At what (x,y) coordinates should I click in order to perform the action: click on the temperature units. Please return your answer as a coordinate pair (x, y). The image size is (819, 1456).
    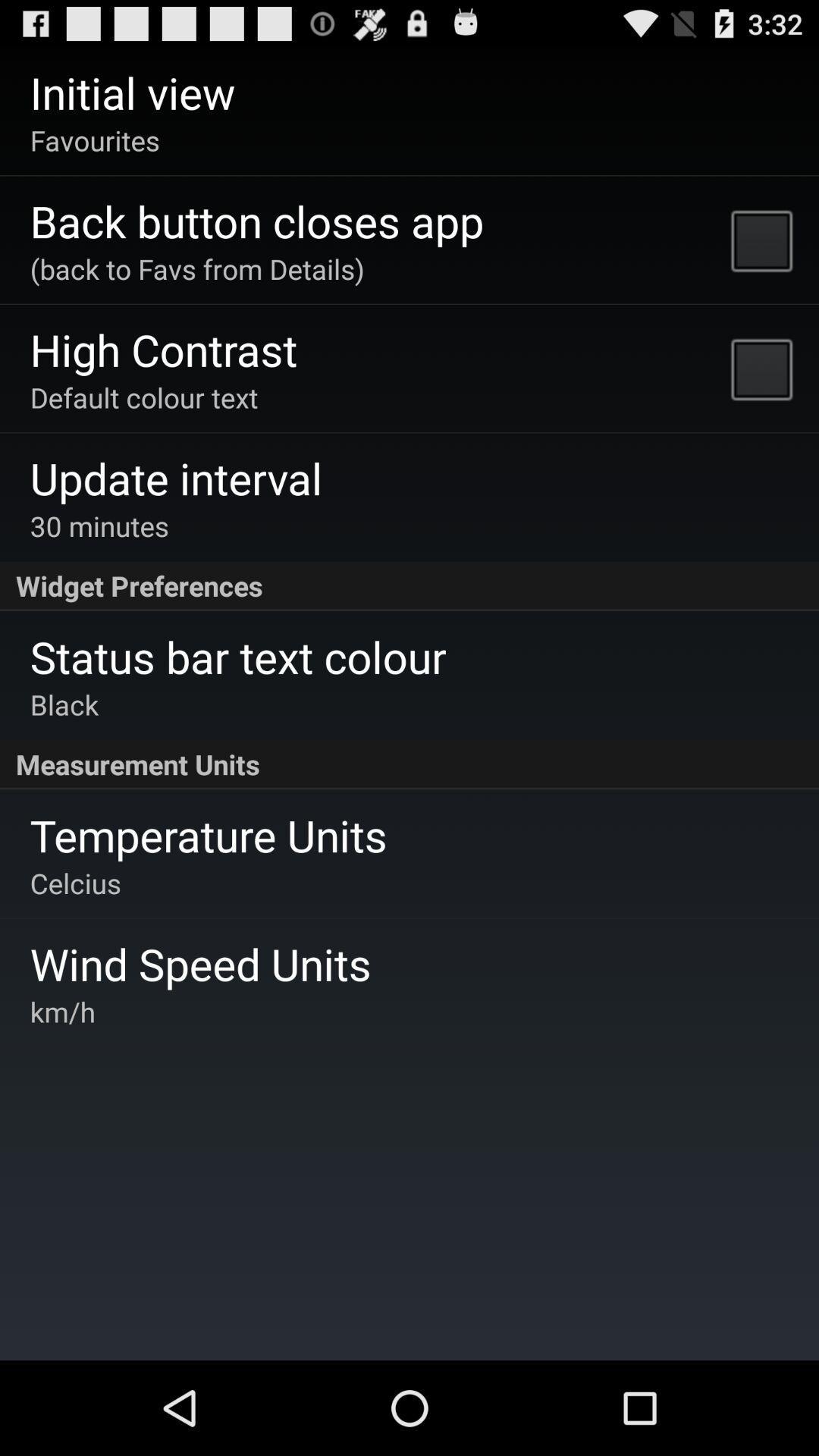
    Looking at the image, I should click on (209, 834).